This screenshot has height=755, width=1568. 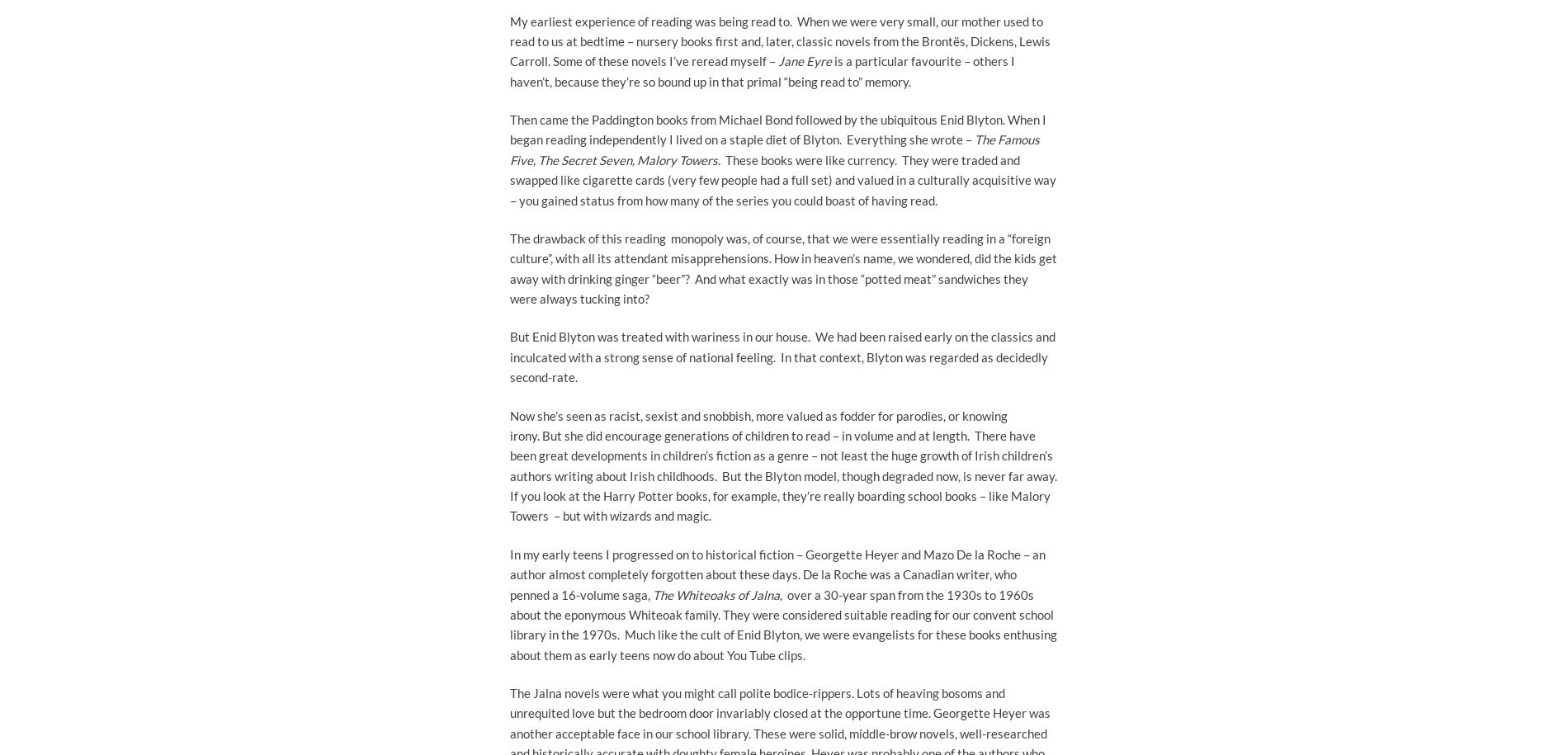 What do you see at coordinates (510, 148) in the screenshot?
I see `'The Famous Five, The Secret Seven, Malory Towers.'` at bounding box center [510, 148].